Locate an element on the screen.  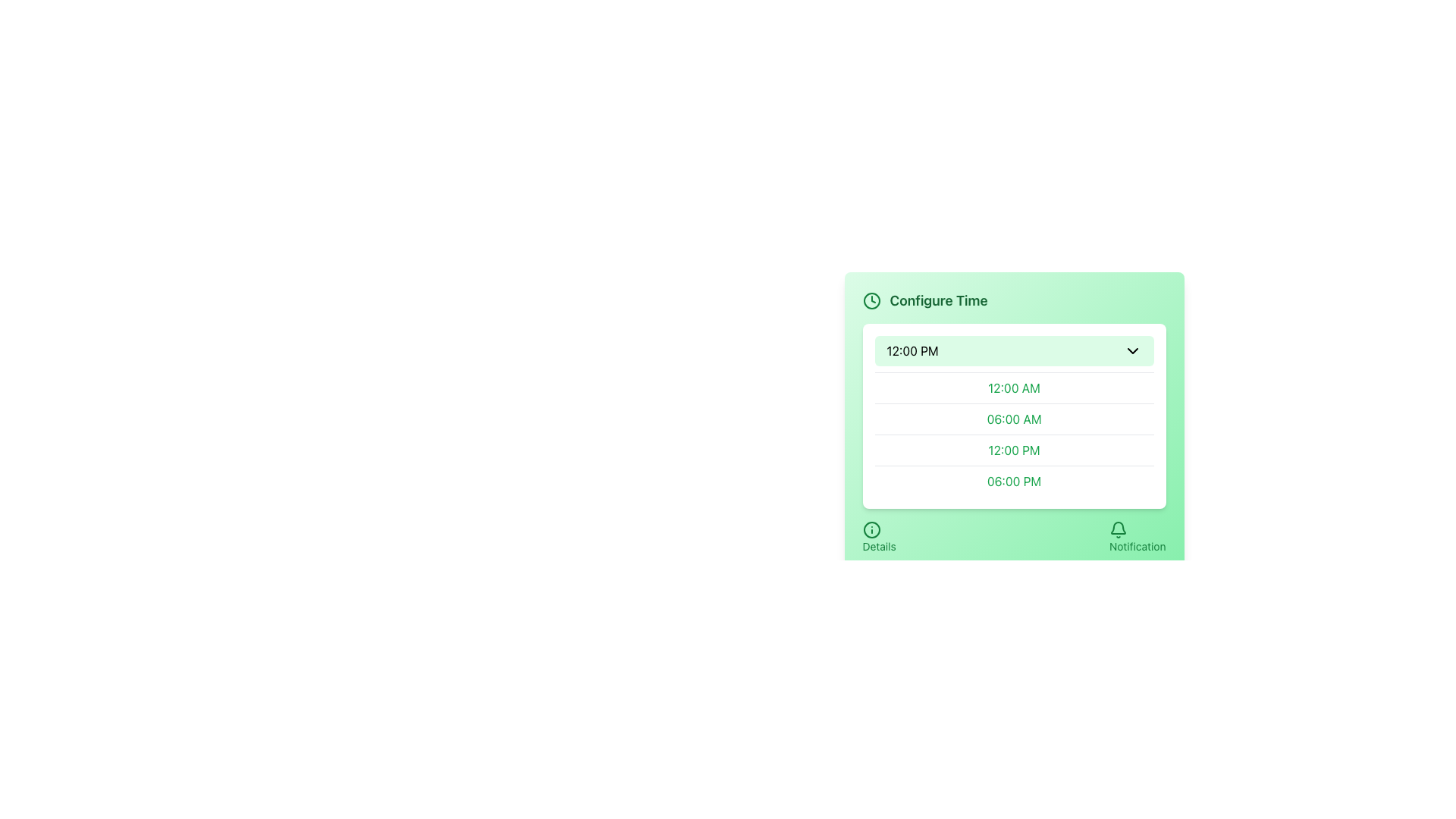
the text display element that shows the currently selected time is located at coordinates (912, 350).